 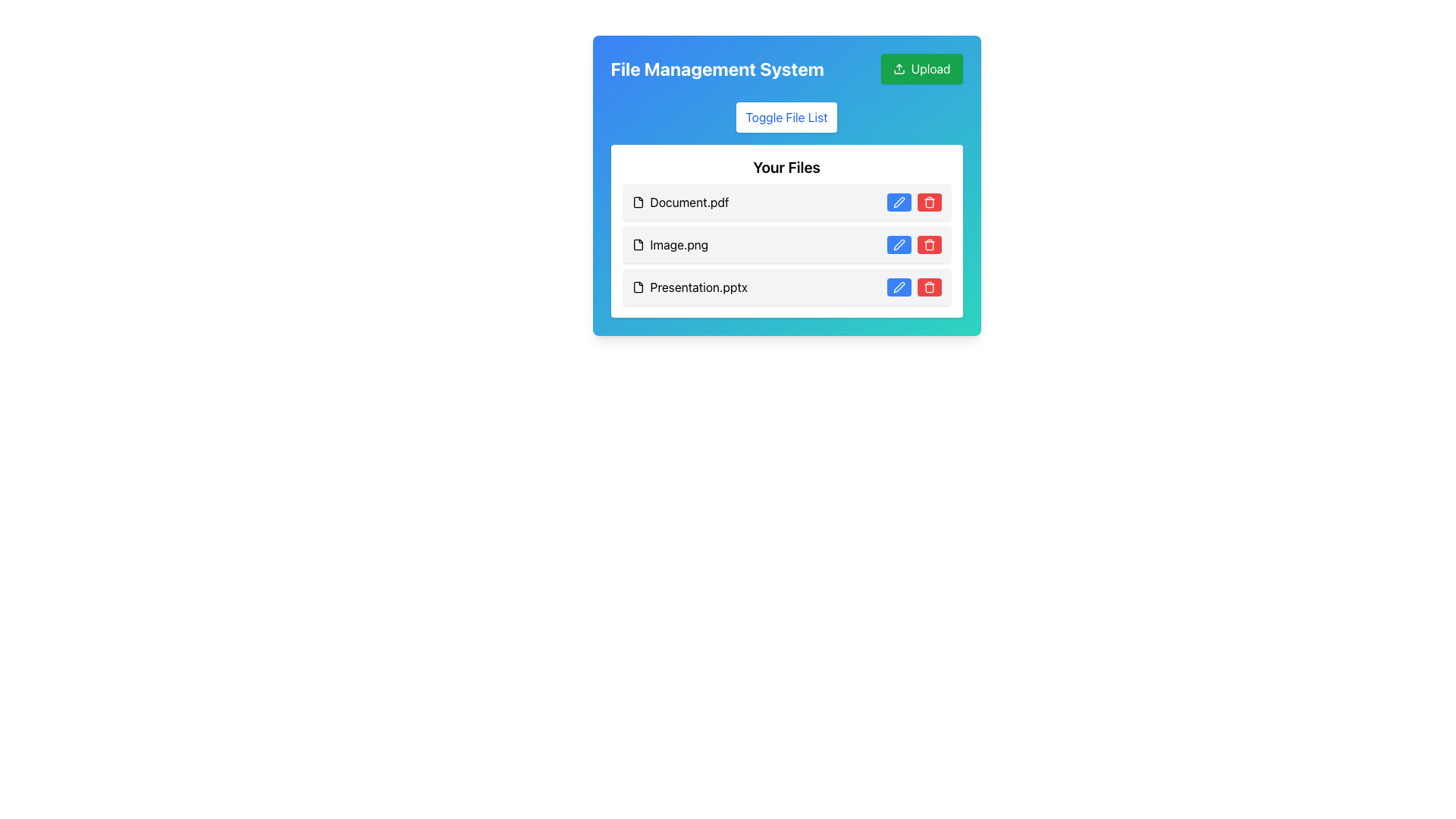 I want to click on the upload button located at the top-right corner of the interface, which is a green button displaying an upload icon and the text 'Upload', so click(x=899, y=69).